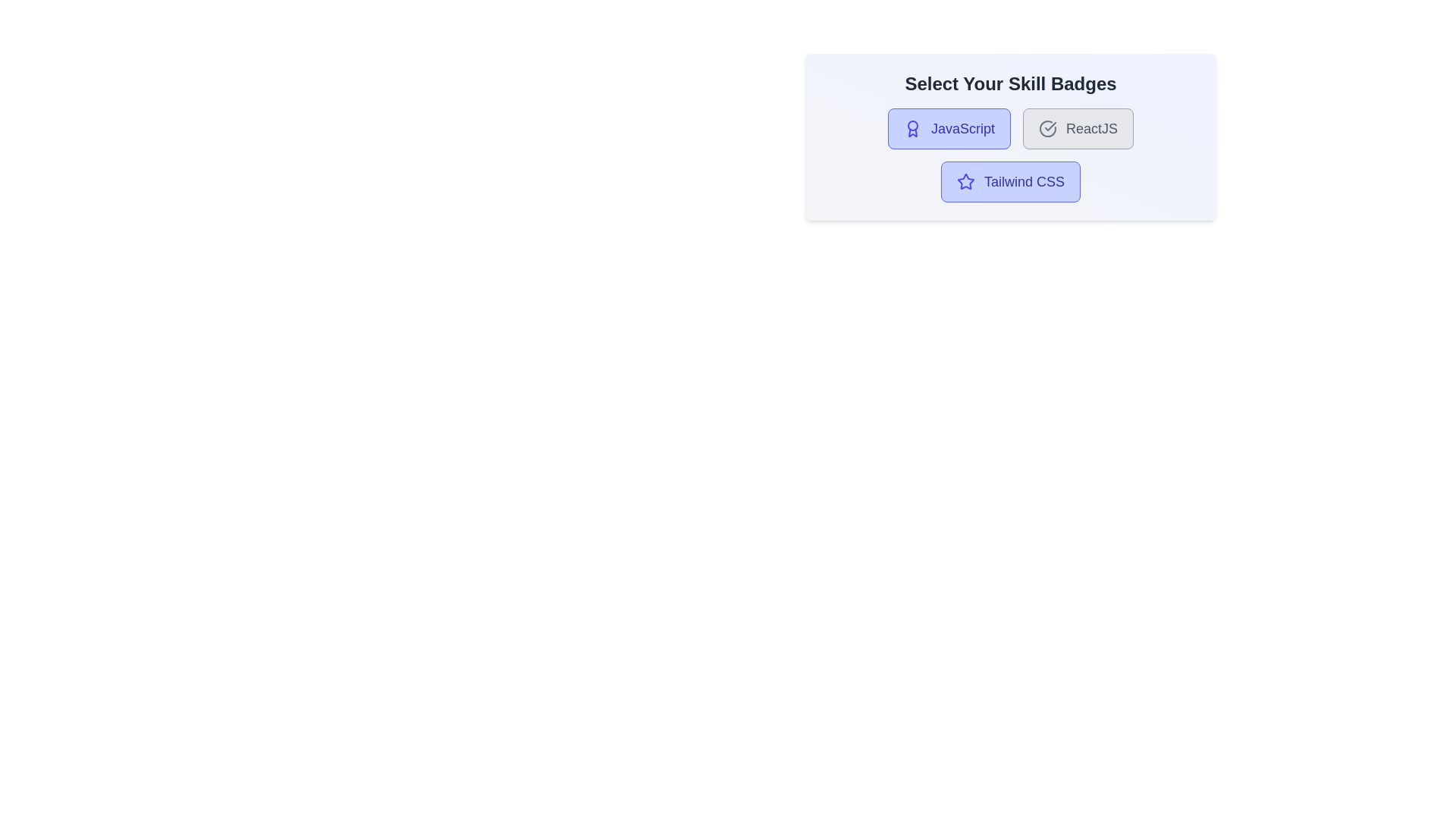 Image resolution: width=1456 pixels, height=819 pixels. Describe the element at coordinates (949, 127) in the screenshot. I see `the skill badge JavaScript` at that location.